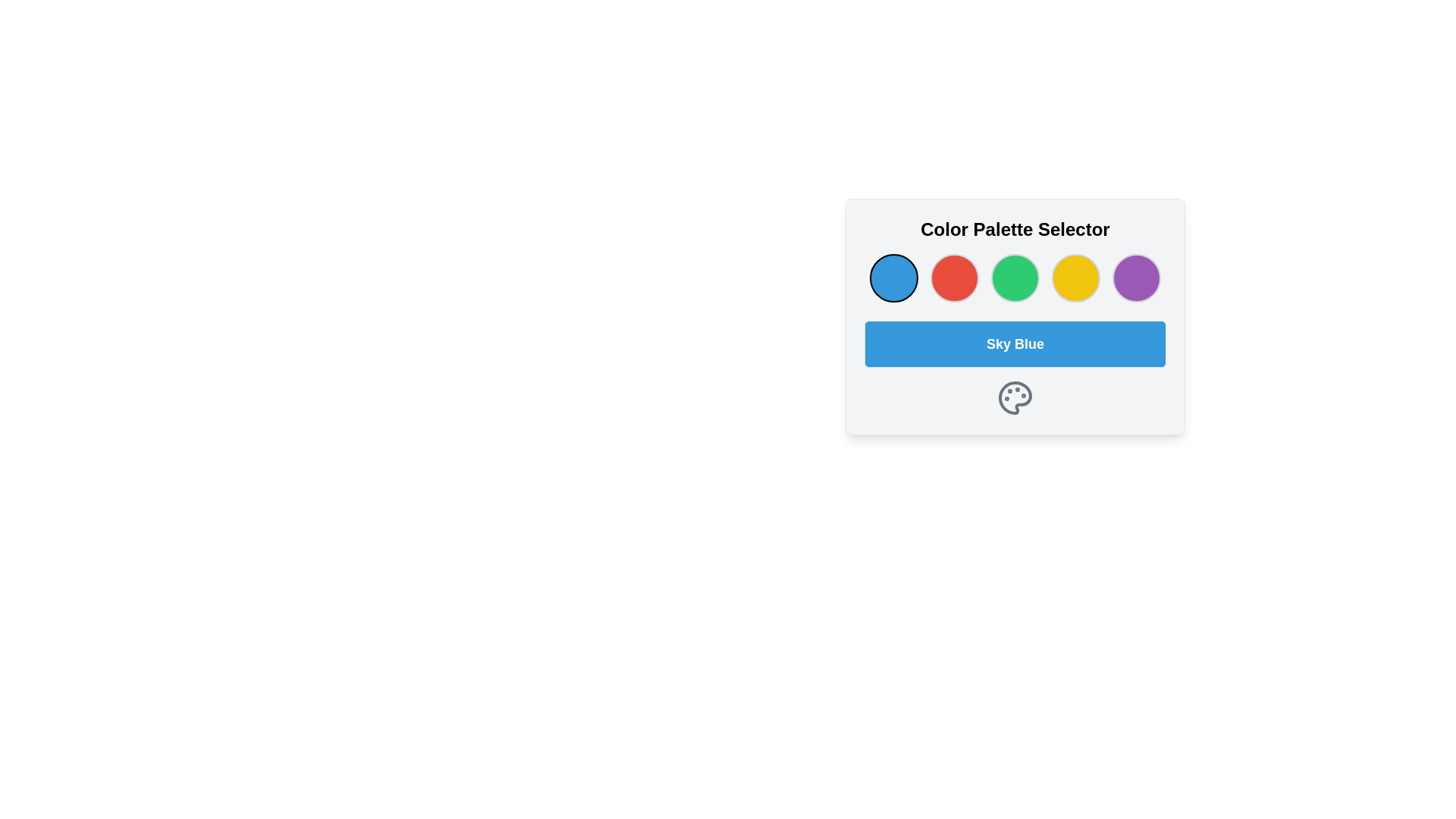  Describe the element at coordinates (1015, 397) in the screenshot. I see `the selectable icon located at the bottom of the color selection interface` at that location.